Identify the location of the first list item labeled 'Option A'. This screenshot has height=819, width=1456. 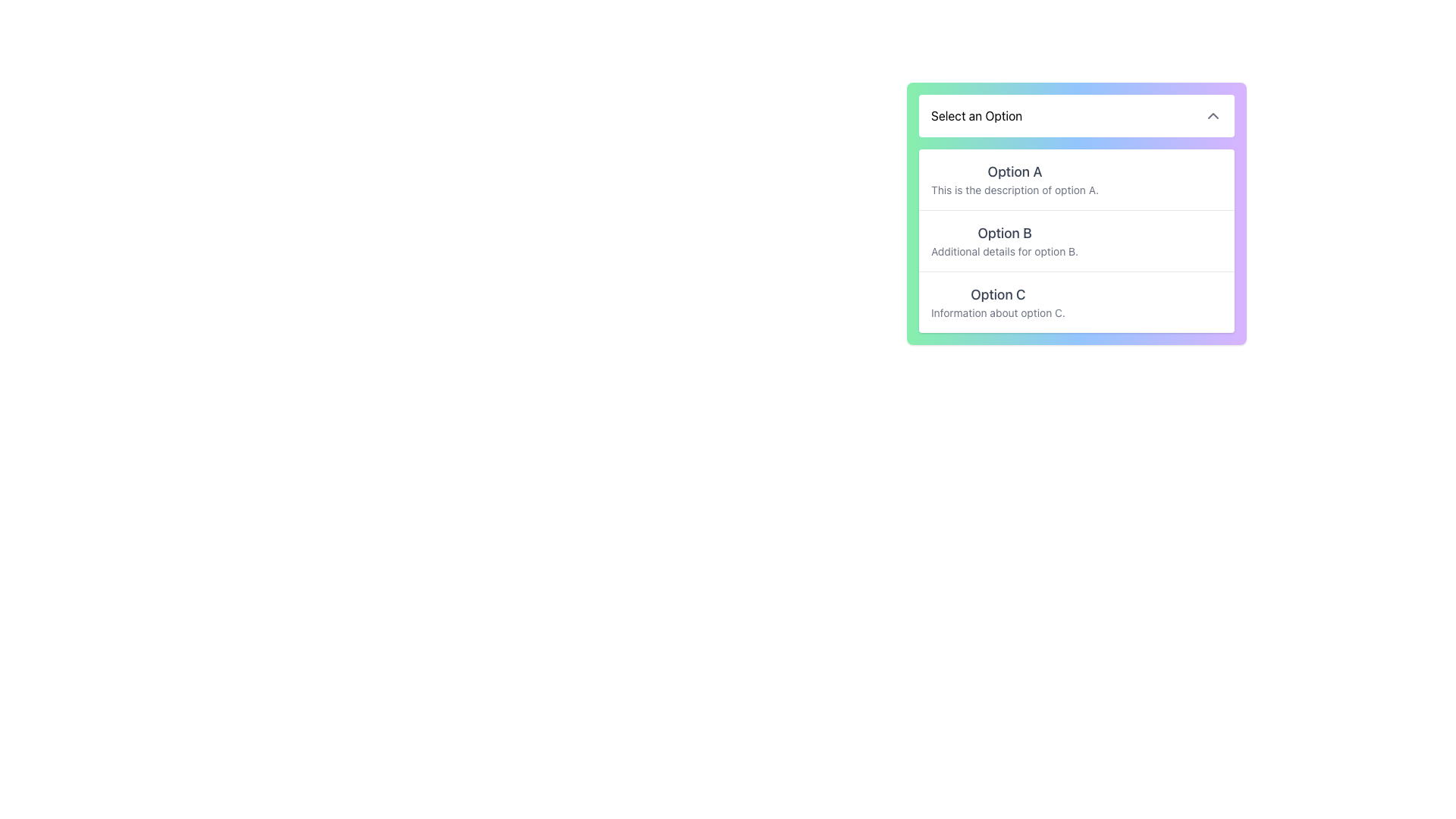
(1076, 178).